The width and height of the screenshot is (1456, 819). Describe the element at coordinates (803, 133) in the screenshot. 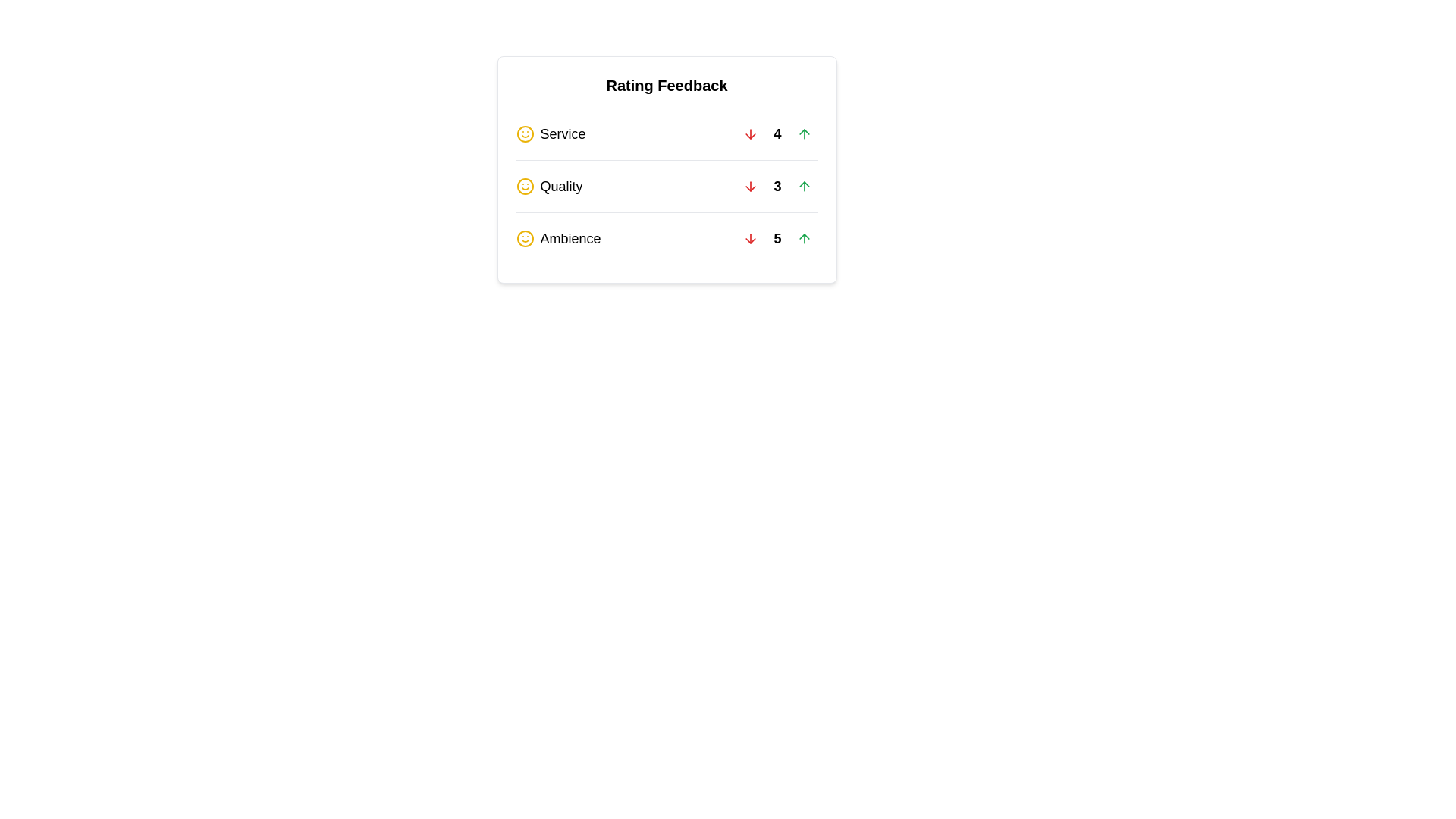

I see `the upward feedback icon located to the far right of the 'Service' row in the 'Rating Feedback' section, next to the numeric value '4'` at that location.